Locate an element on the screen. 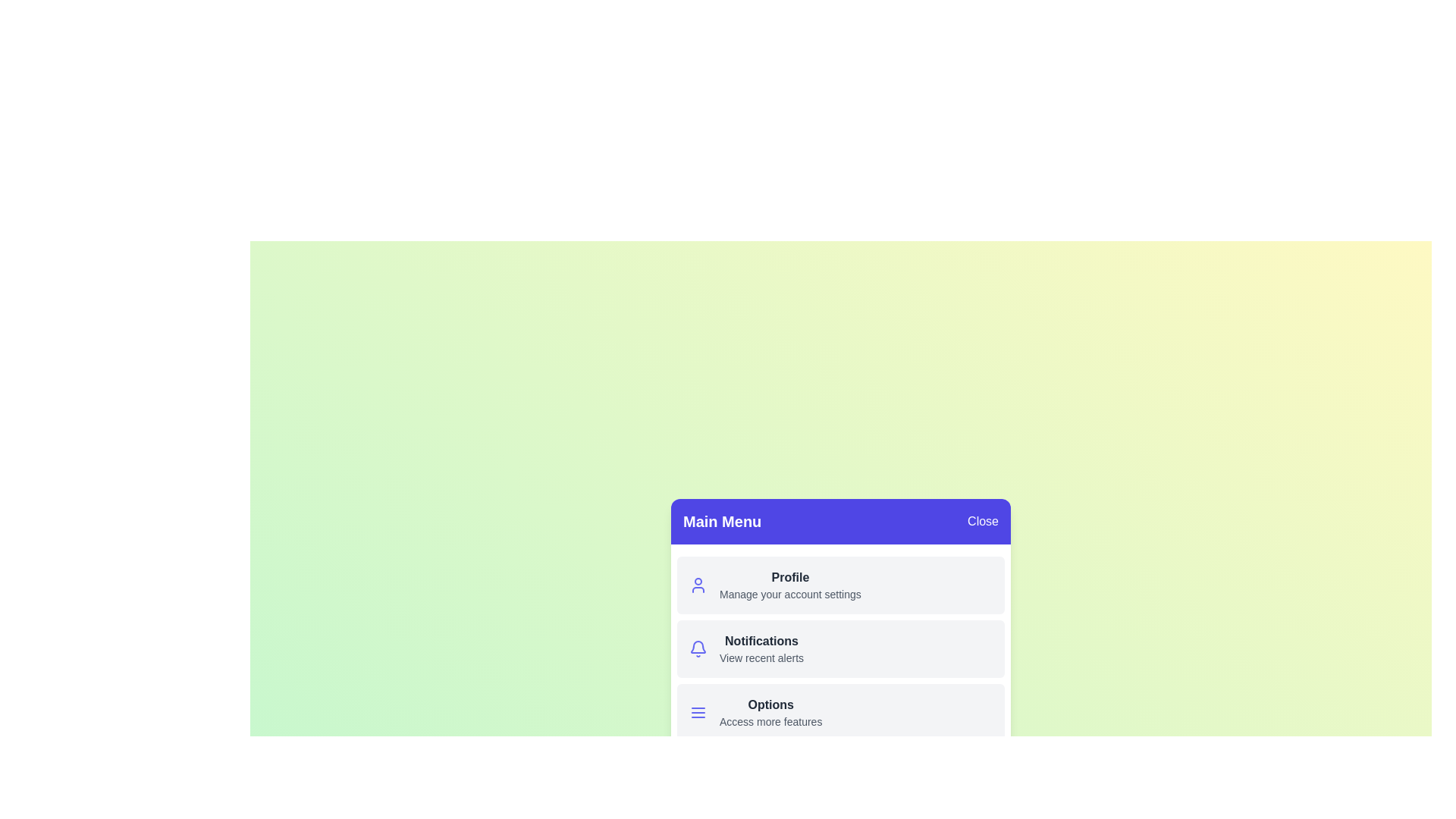 The height and width of the screenshot is (819, 1456). the menu item labeled 'Profile' to observe its hover effect is located at coordinates (839, 584).